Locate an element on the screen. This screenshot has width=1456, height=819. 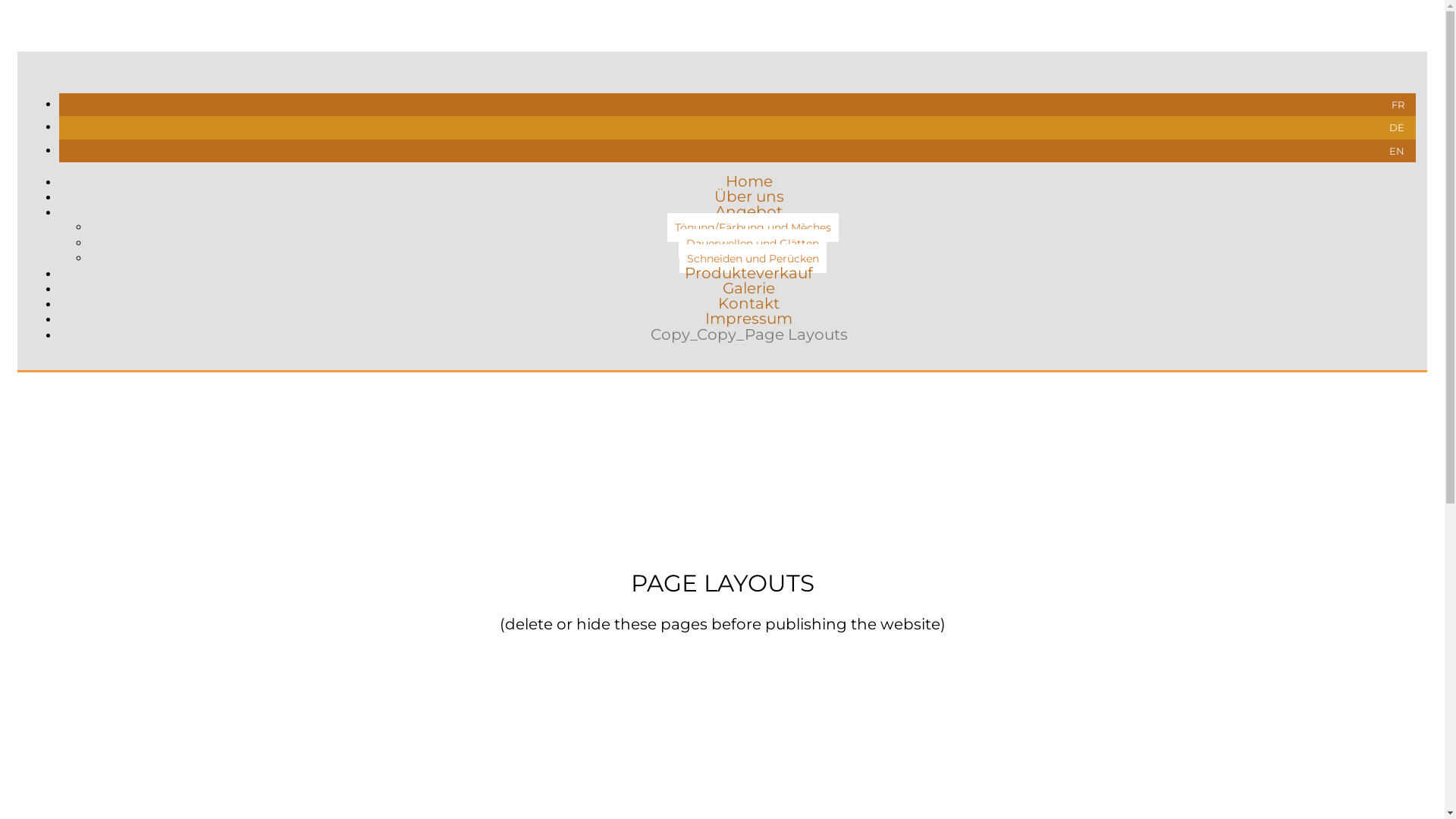
'Angebot' is located at coordinates (748, 211).